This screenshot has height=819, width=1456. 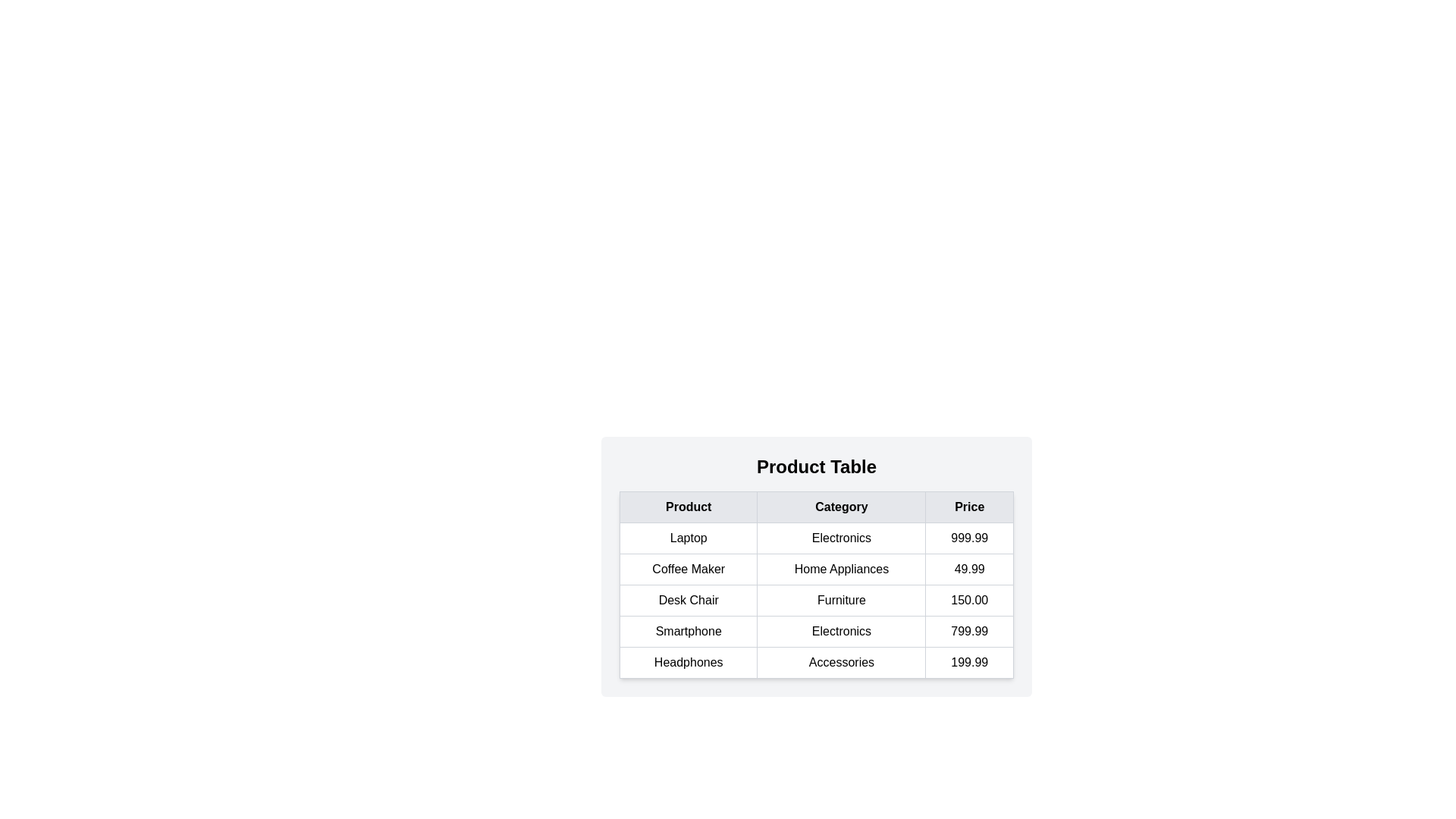 I want to click on the second row in the table, which contains the sections 'Coffee Maker', 'Home Appliances', and '49.99', styled with a light background and vertical separators, so click(x=815, y=570).